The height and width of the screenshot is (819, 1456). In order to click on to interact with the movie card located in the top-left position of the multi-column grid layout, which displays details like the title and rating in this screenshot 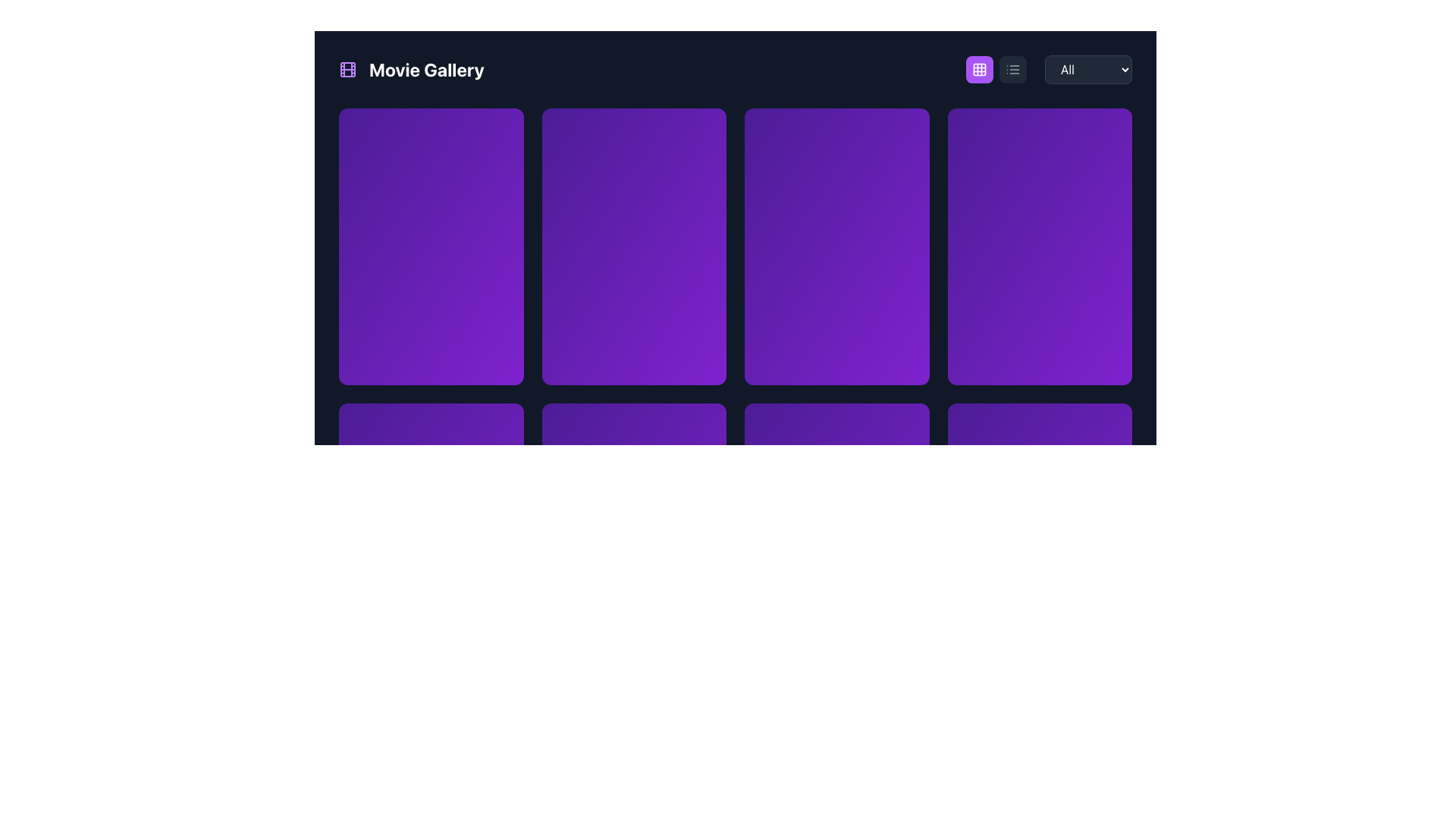, I will do `click(430, 246)`.